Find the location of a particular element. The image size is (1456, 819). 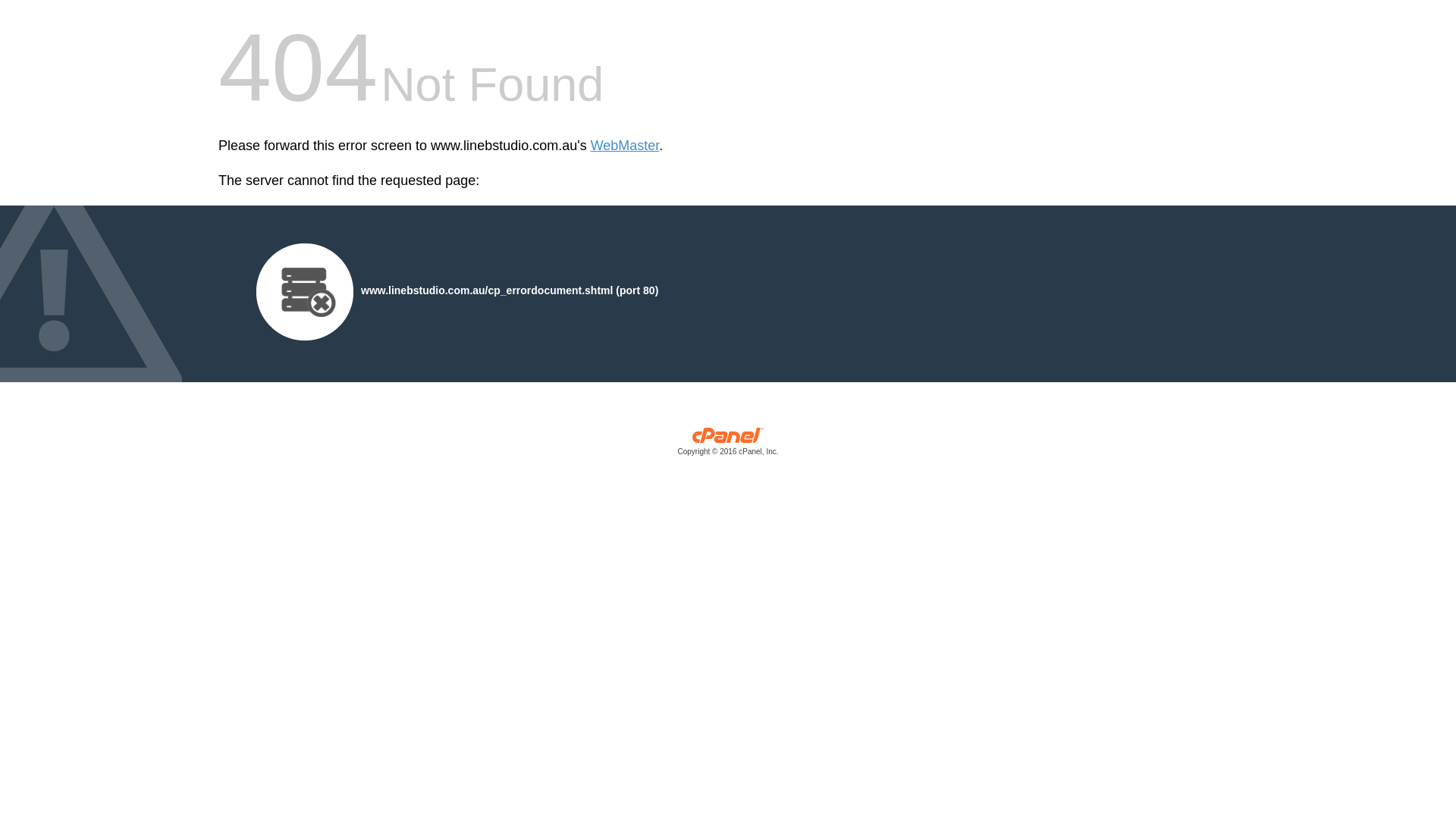

'WebMaster' is located at coordinates (625, 146).